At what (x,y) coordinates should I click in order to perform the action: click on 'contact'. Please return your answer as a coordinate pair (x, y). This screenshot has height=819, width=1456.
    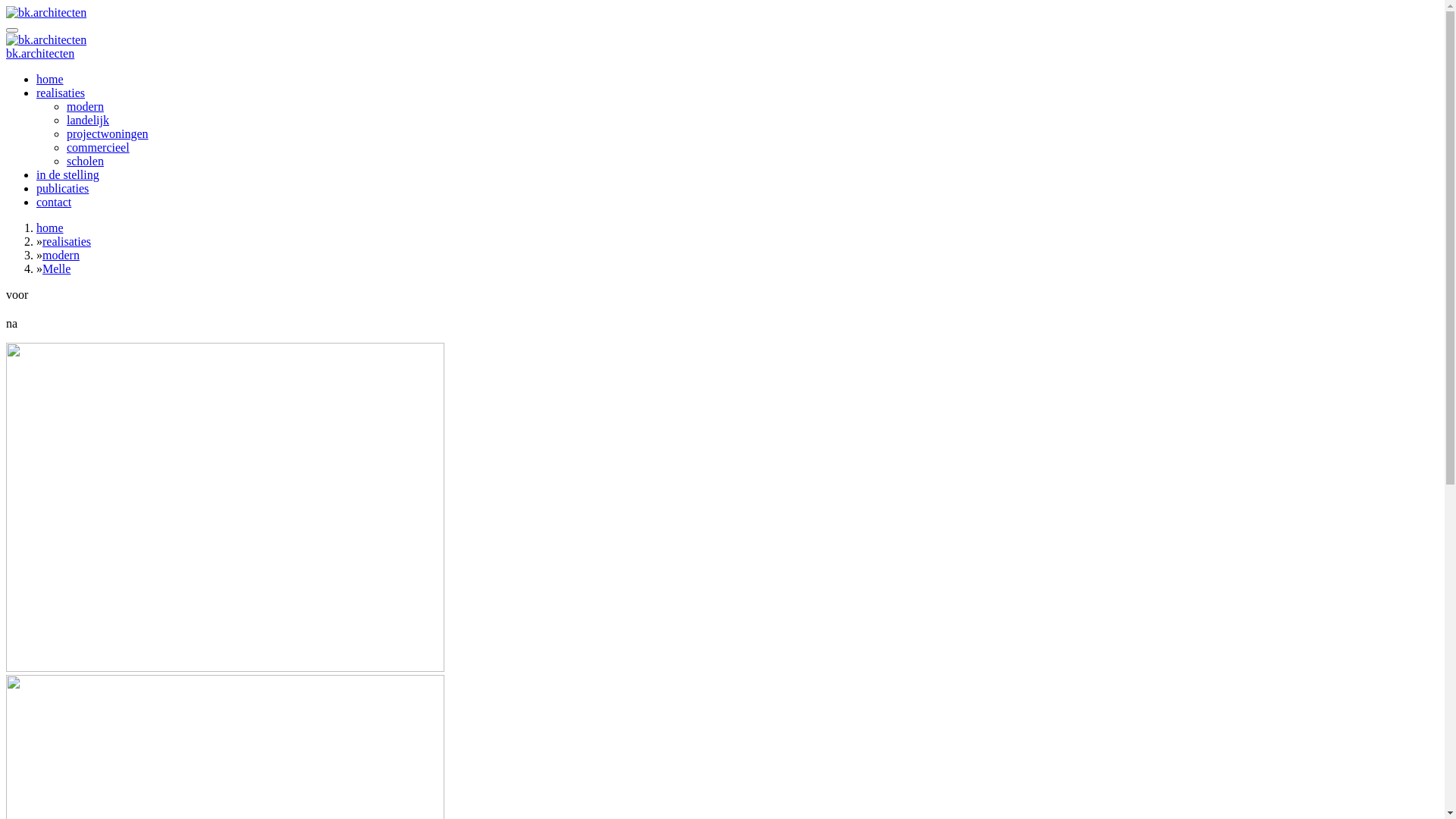
    Looking at the image, I should click on (54, 201).